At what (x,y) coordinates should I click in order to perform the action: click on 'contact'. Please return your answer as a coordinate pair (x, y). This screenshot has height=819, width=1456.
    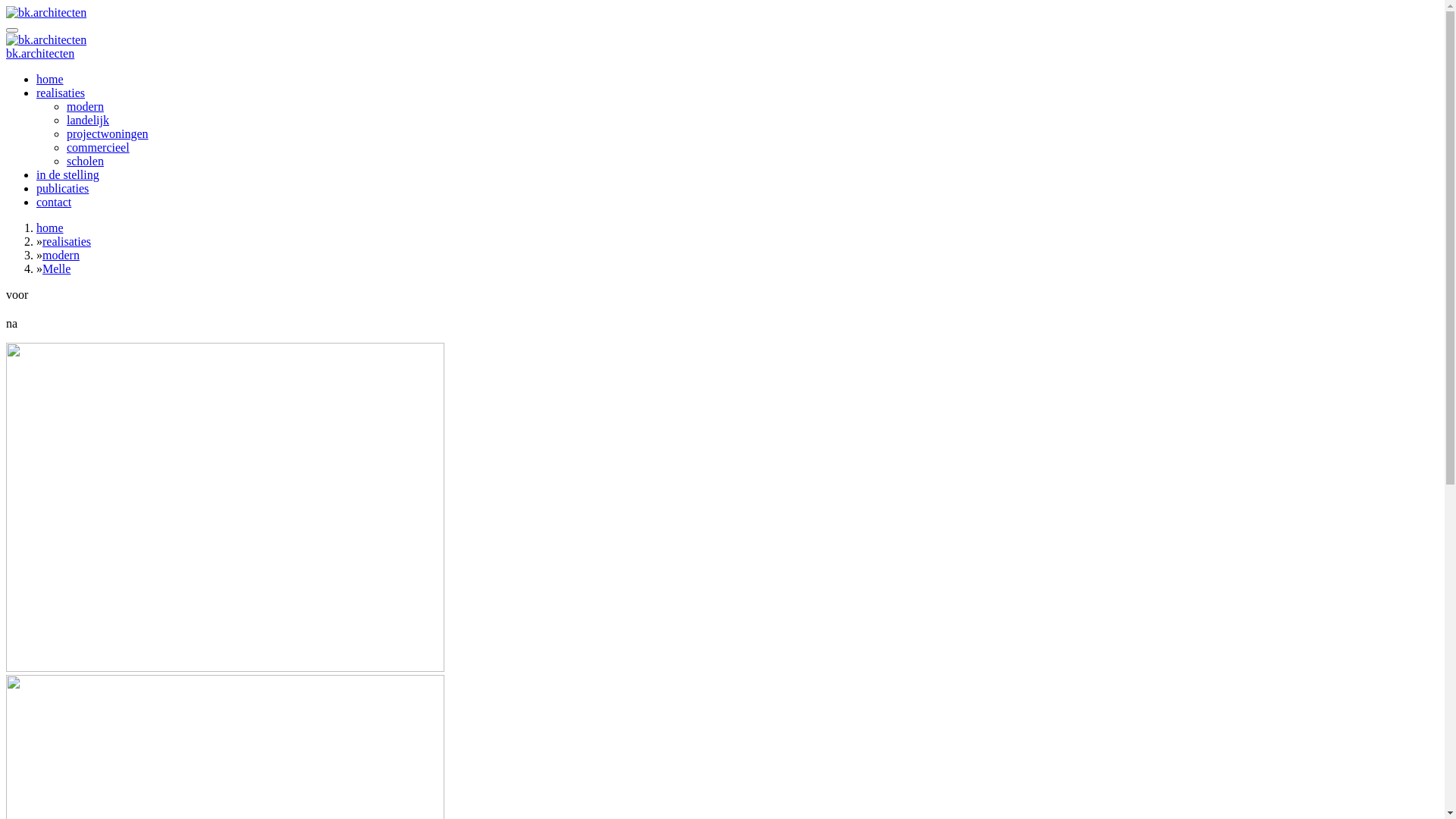
    Looking at the image, I should click on (54, 201).